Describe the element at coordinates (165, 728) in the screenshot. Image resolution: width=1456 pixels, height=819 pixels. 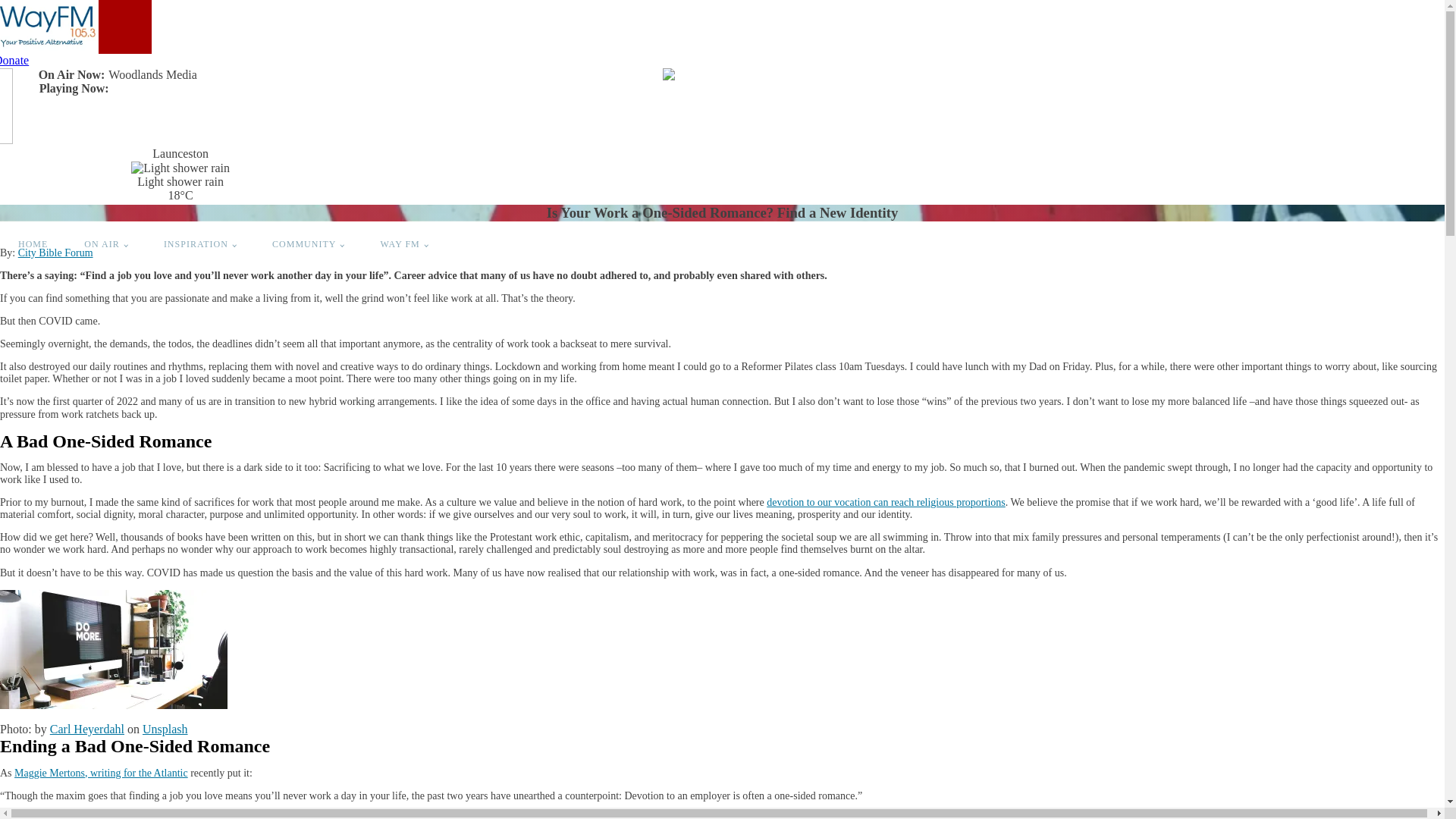
I see `'Unsplash'` at that location.